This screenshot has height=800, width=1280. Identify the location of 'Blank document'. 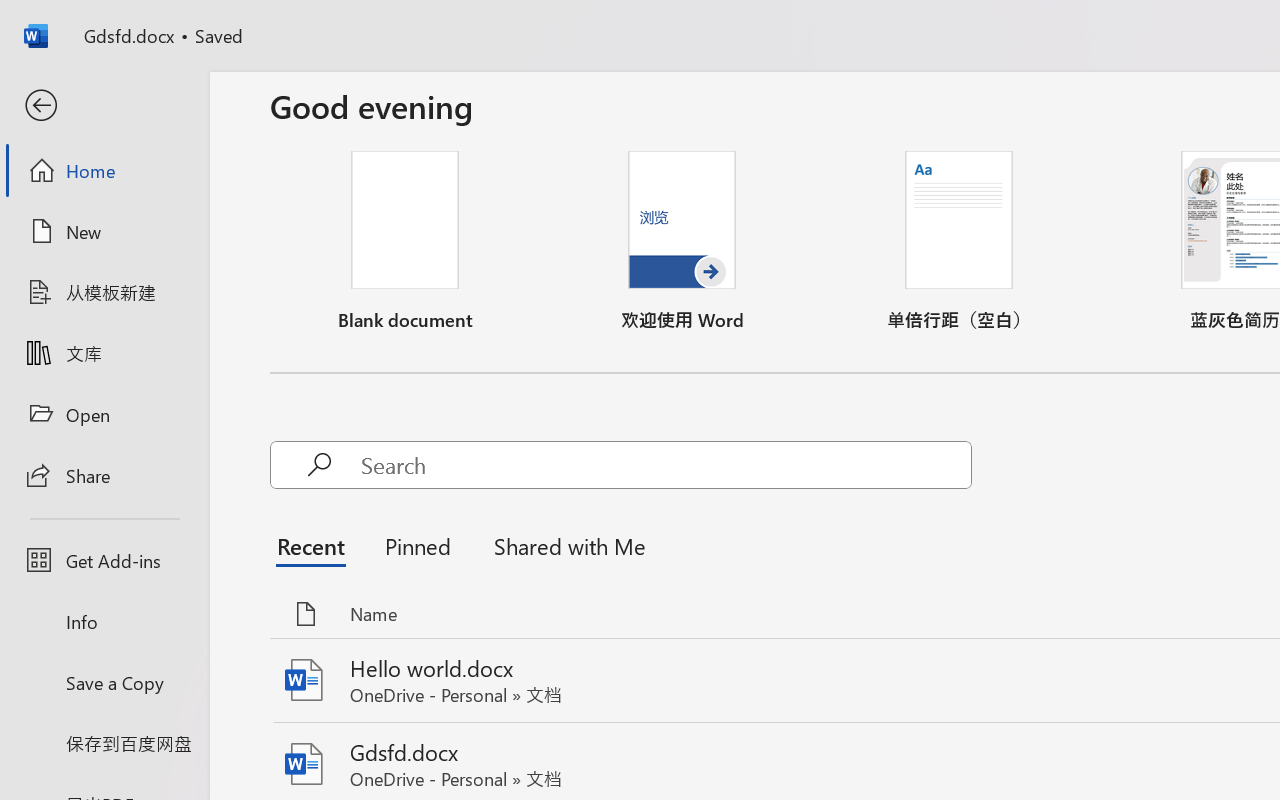
(404, 240).